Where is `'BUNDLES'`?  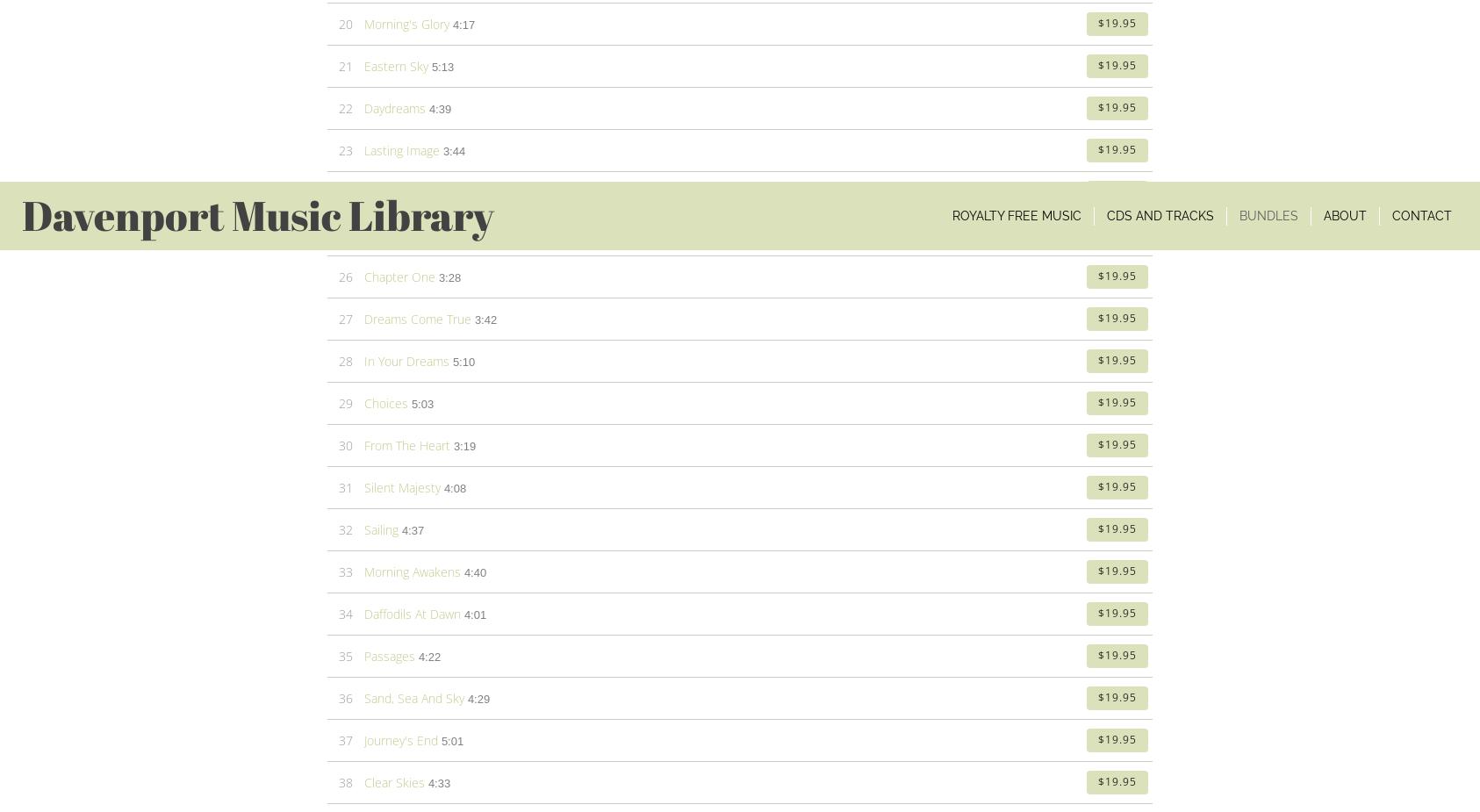
'BUNDLES' is located at coordinates (636, 547).